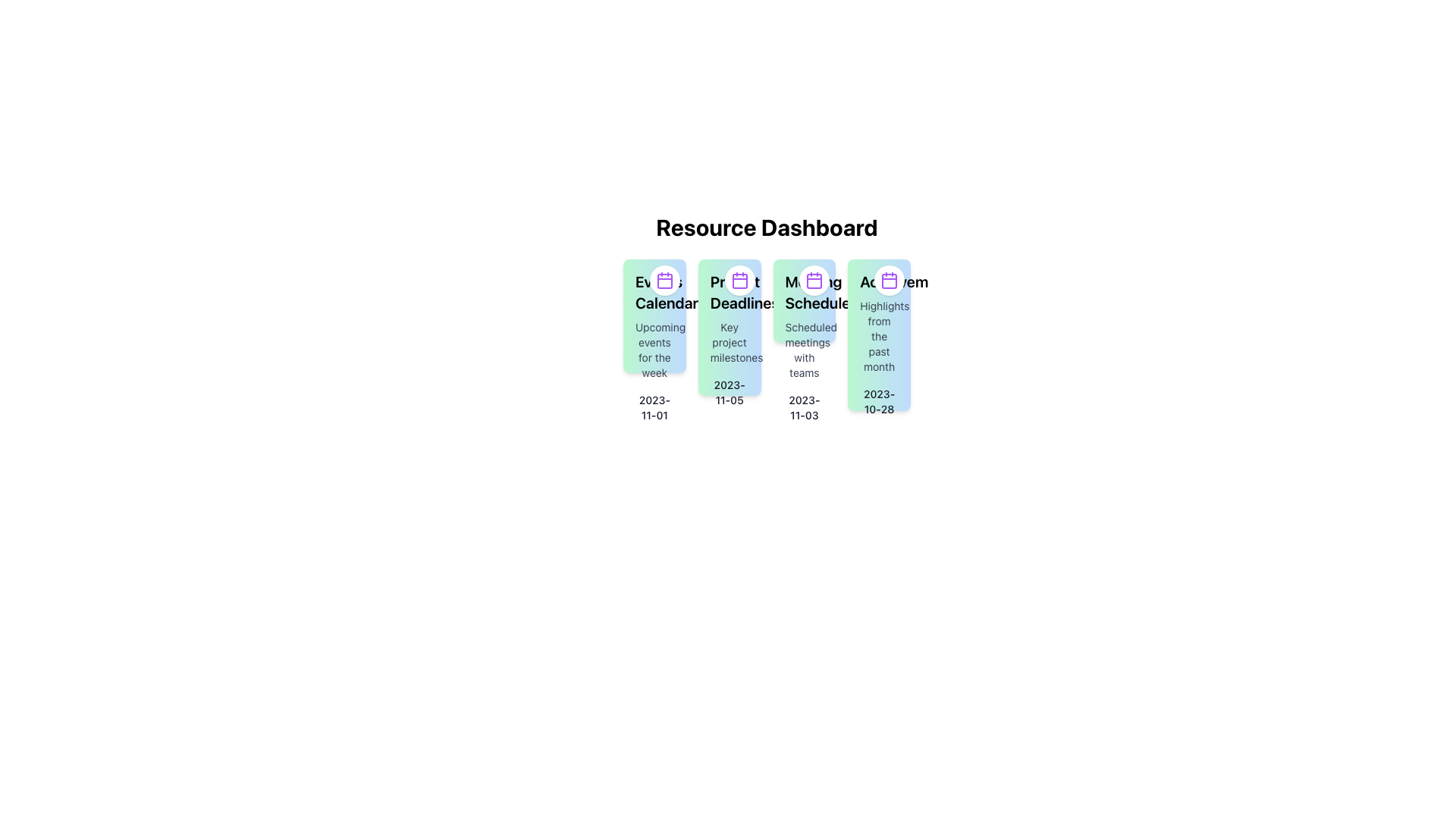 Image resolution: width=1456 pixels, height=819 pixels. Describe the element at coordinates (654, 292) in the screenshot. I see `the 'Events Calendar' text label, which is styled with a bold font and located within a gradient-filled box transitioning from green to blue` at that location.